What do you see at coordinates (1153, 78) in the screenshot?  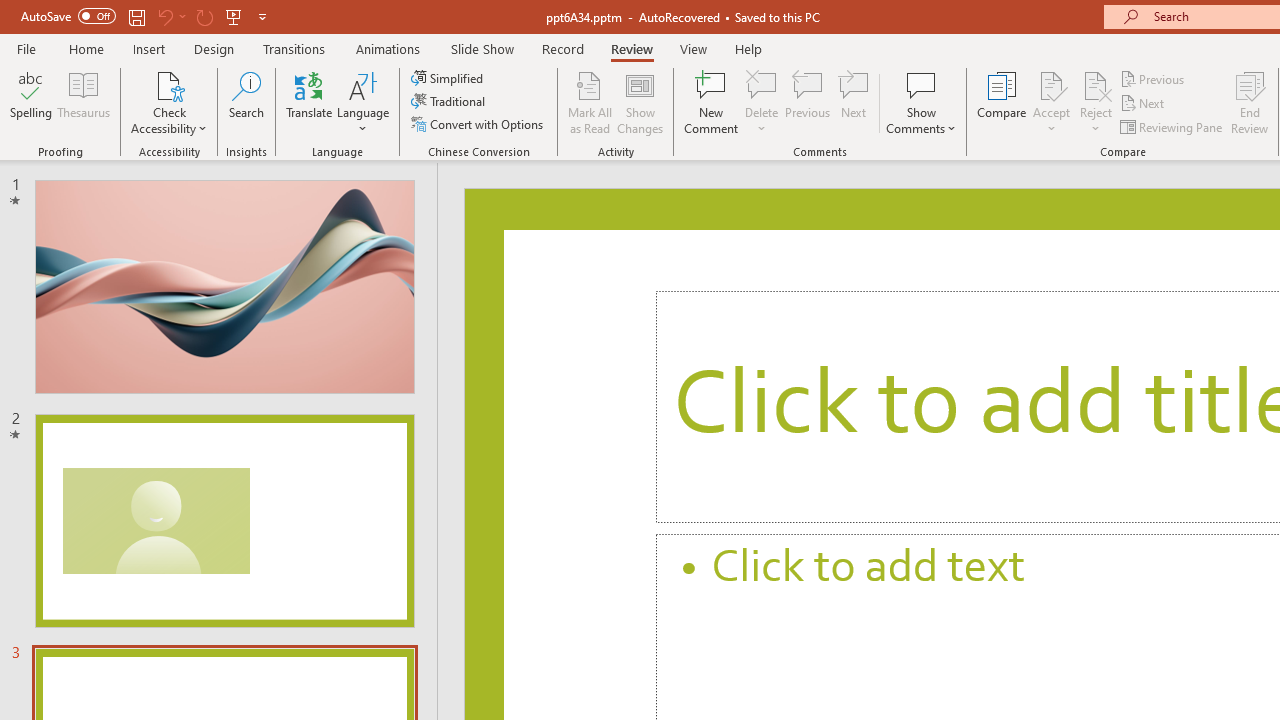 I see `'Previous'` at bounding box center [1153, 78].